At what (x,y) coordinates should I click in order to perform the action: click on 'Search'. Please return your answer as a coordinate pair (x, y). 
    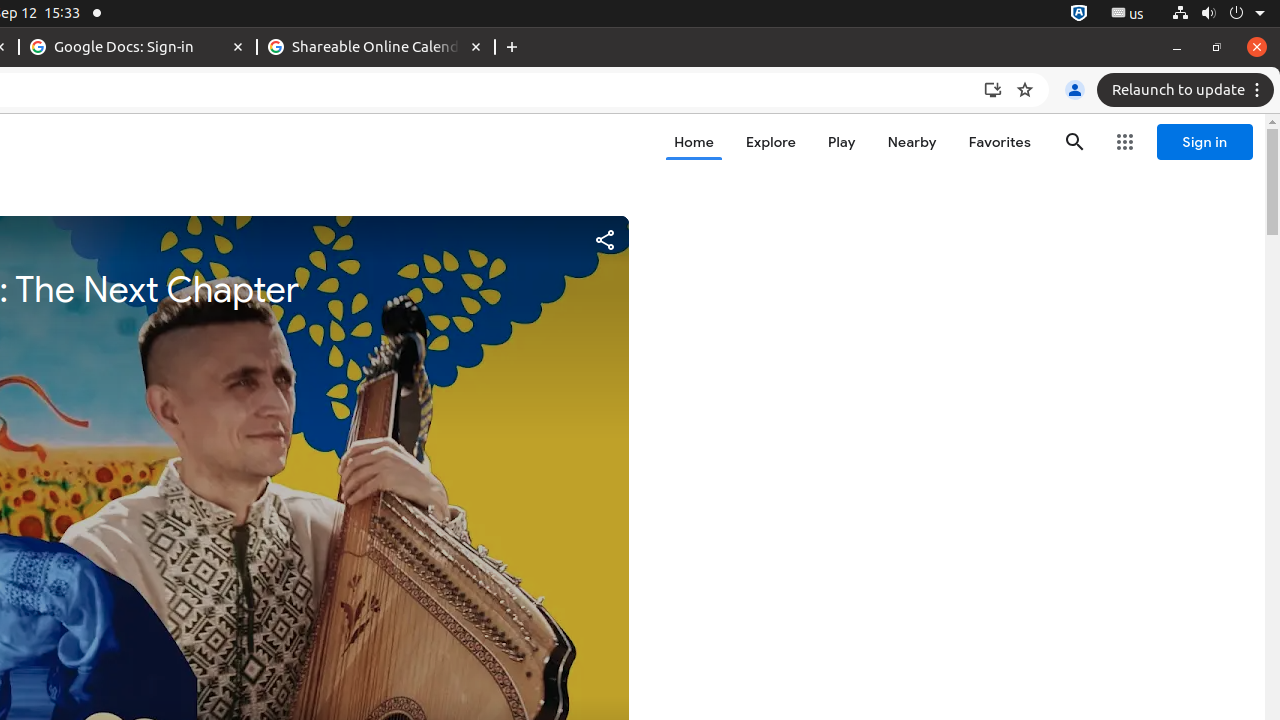
    Looking at the image, I should click on (1073, 140).